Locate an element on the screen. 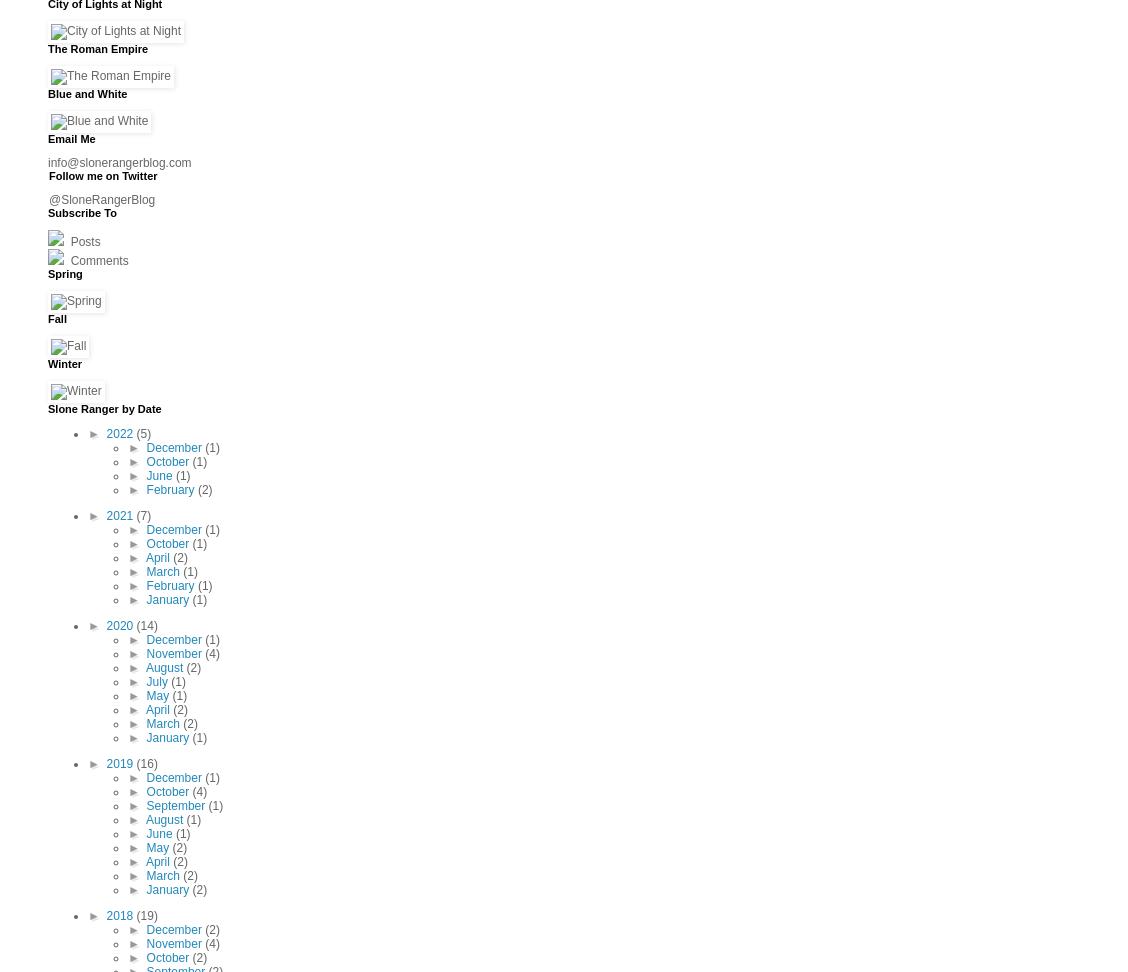 The image size is (1128, 972). '(7)' is located at coordinates (142, 514).